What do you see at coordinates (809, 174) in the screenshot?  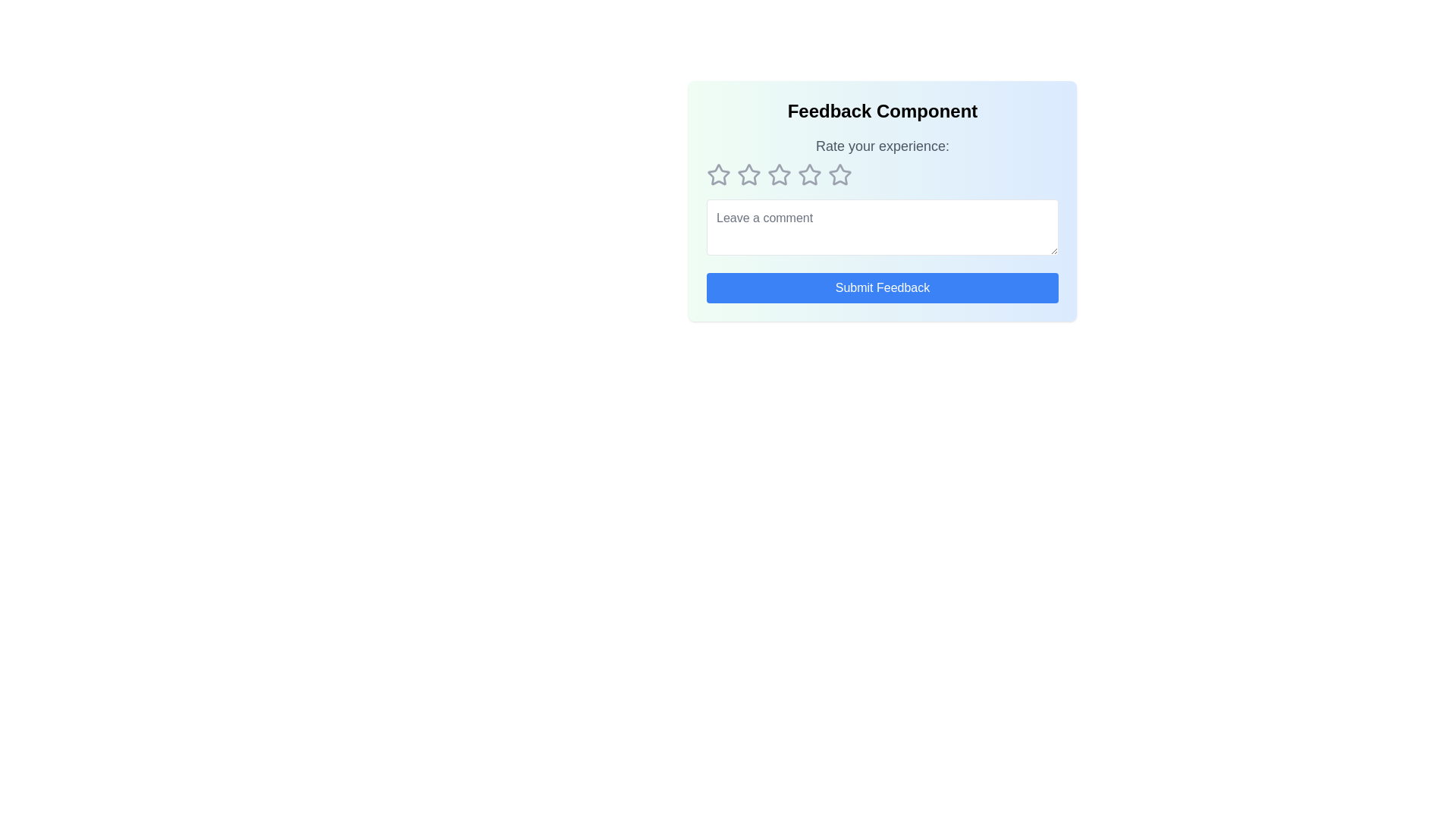 I see `the third star icon` at bounding box center [809, 174].